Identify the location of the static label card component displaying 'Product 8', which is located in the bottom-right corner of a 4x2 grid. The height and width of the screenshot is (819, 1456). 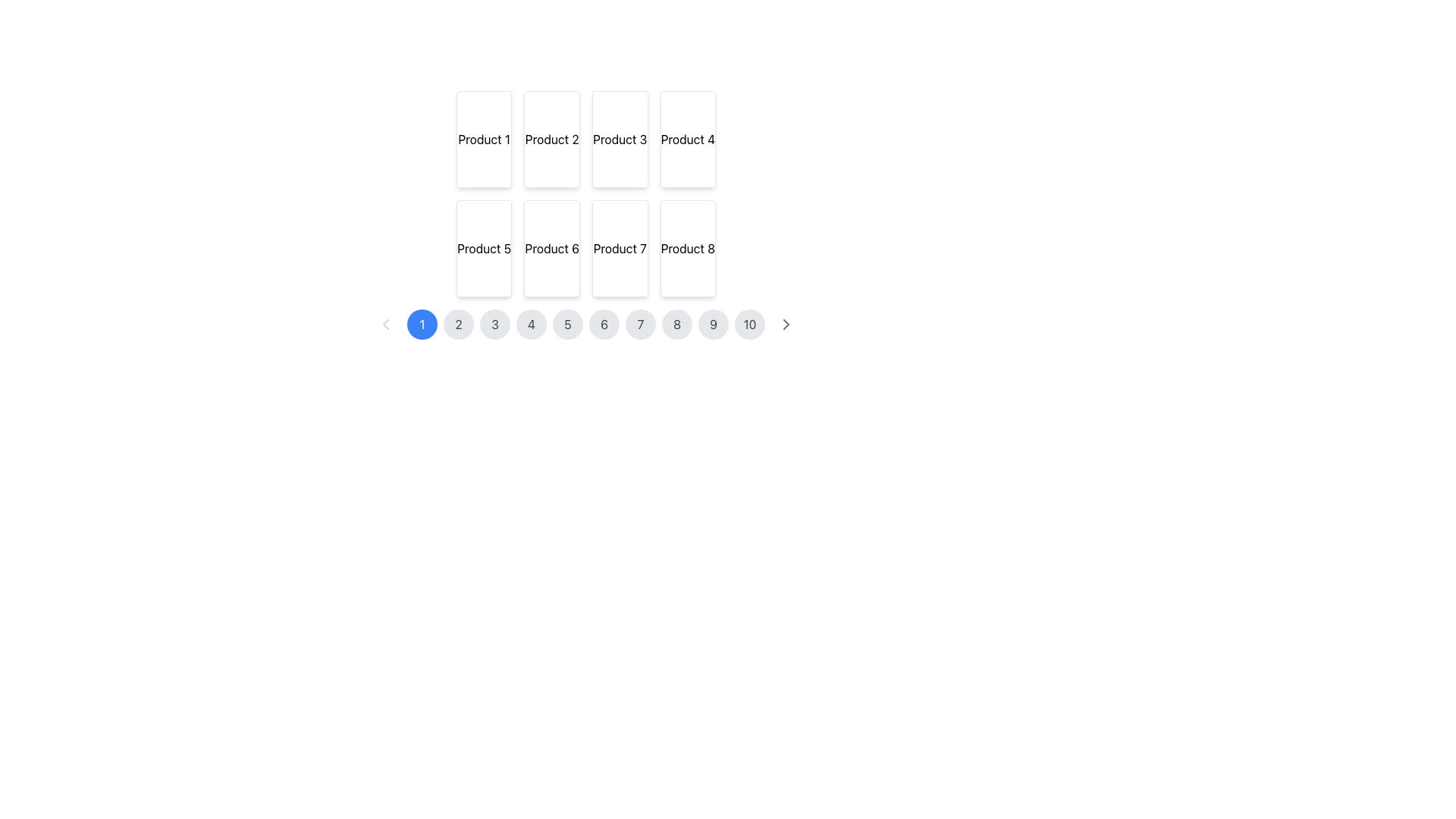
(687, 247).